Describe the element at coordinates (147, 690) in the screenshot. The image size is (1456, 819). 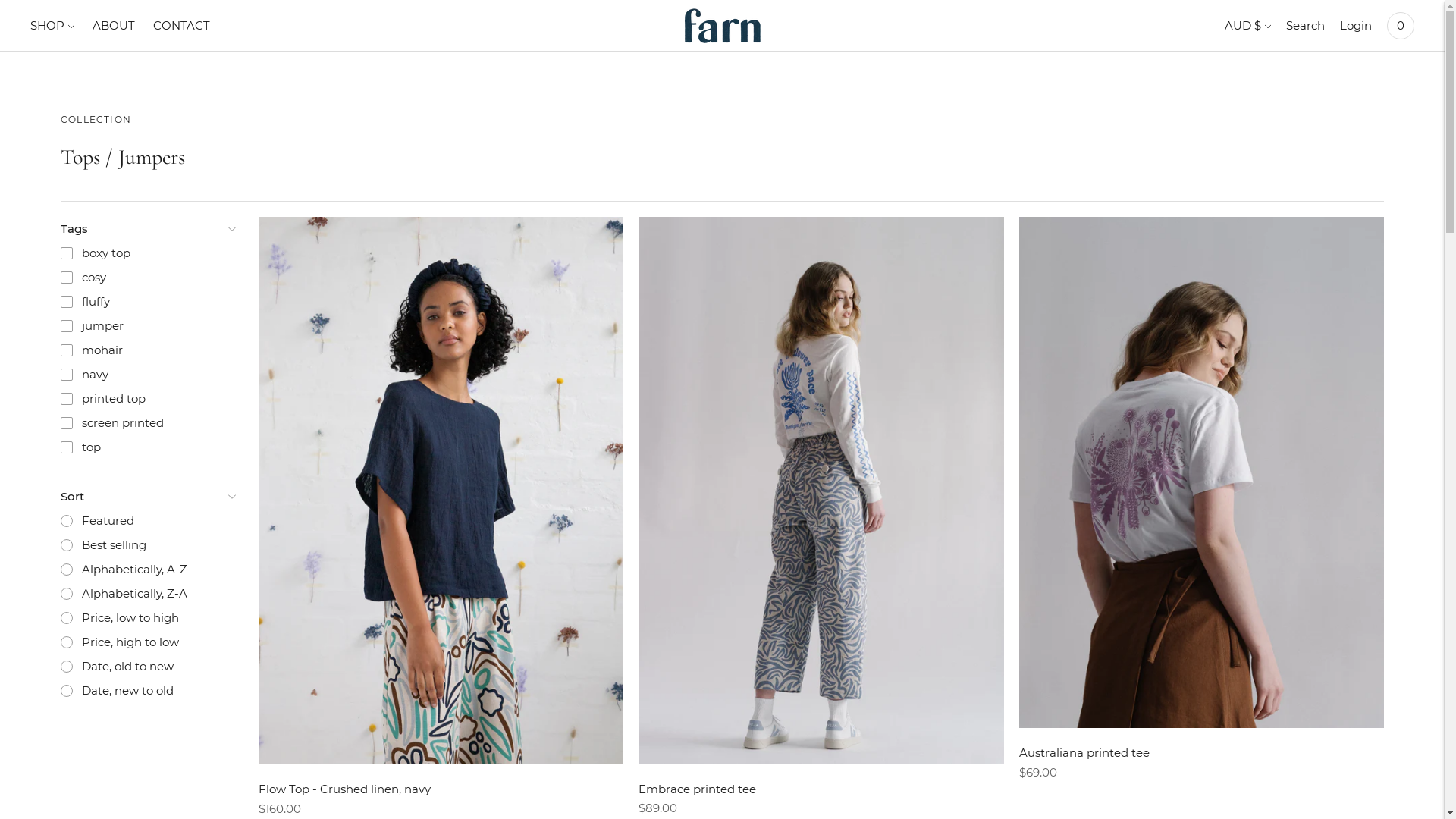
I see `'Date, new to old'` at that location.